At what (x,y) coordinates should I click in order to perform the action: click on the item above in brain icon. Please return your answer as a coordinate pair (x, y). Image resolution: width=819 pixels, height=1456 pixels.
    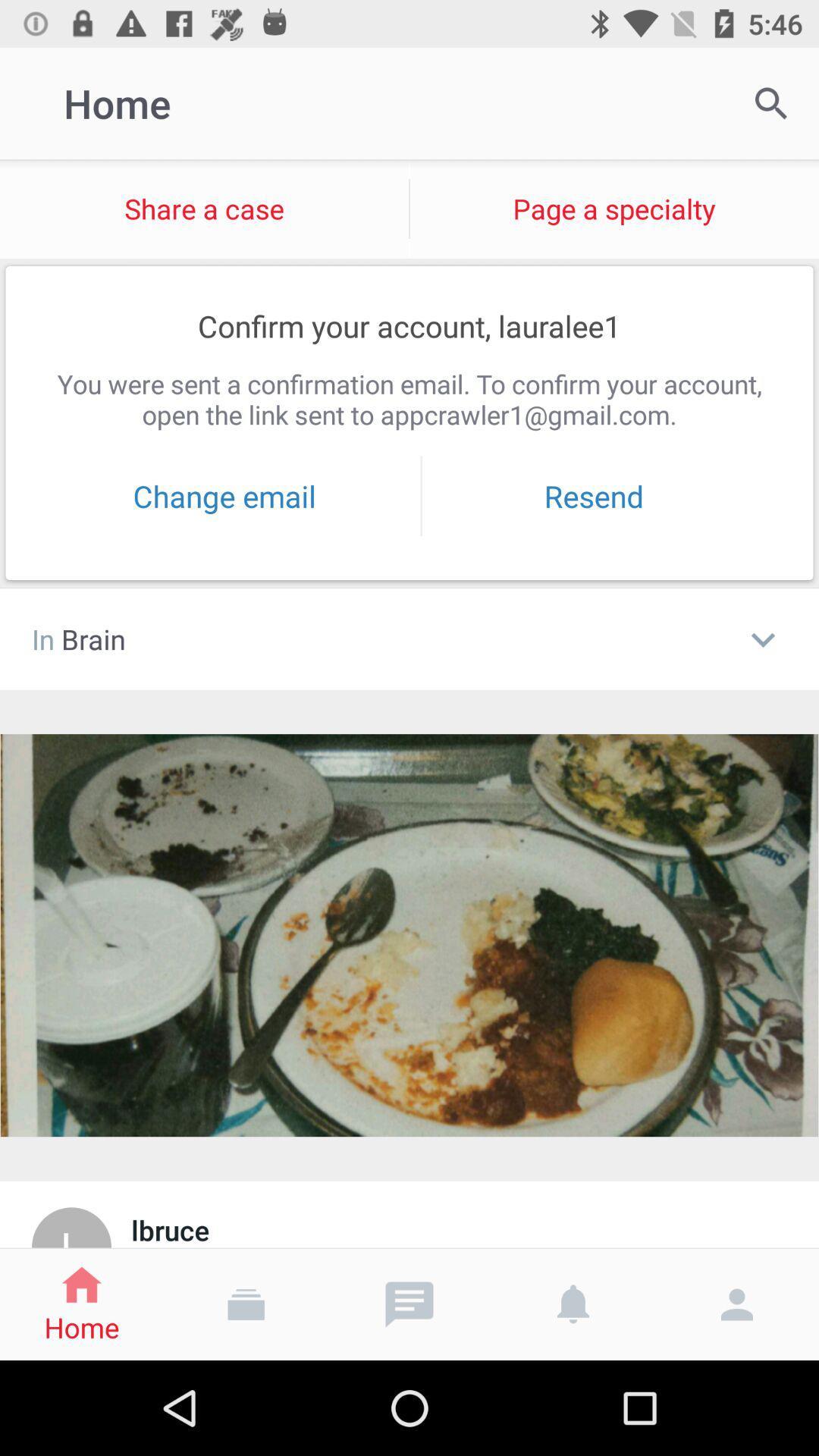
    Looking at the image, I should click on (224, 496).